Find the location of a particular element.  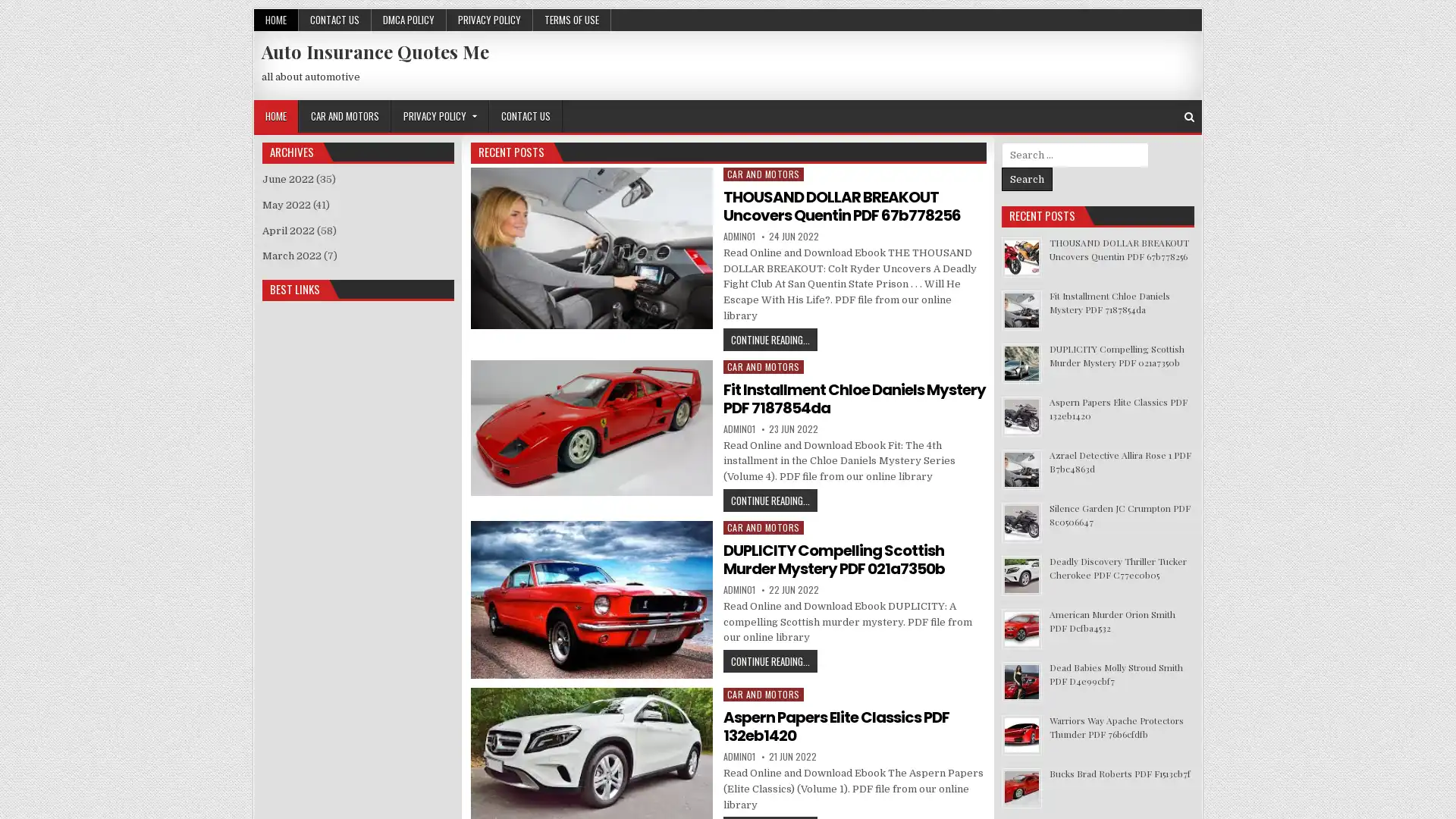

Search is located at coordinates (1027, 178).